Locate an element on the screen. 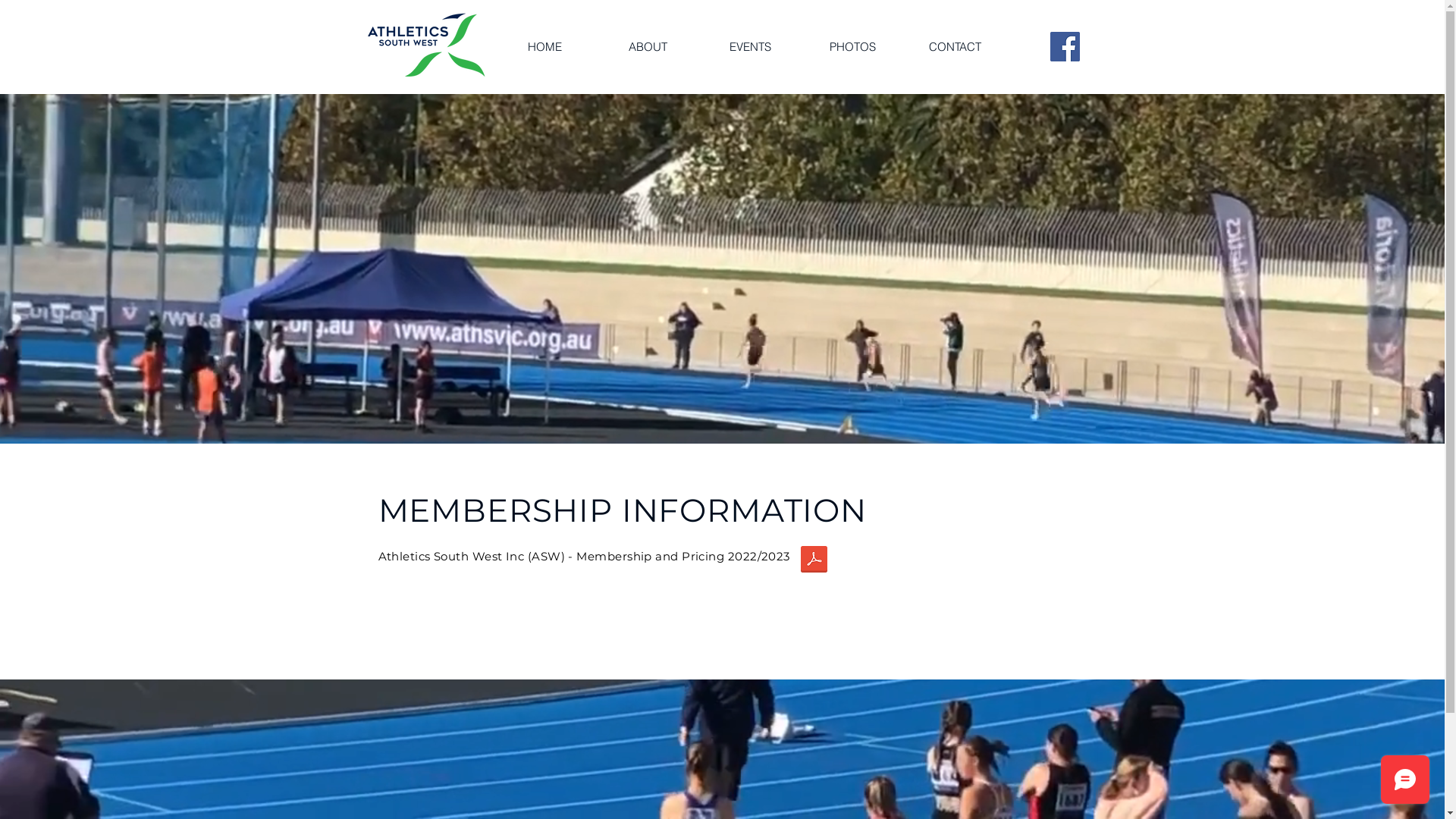  'CONTACT' is located at coordinates (954, 45).